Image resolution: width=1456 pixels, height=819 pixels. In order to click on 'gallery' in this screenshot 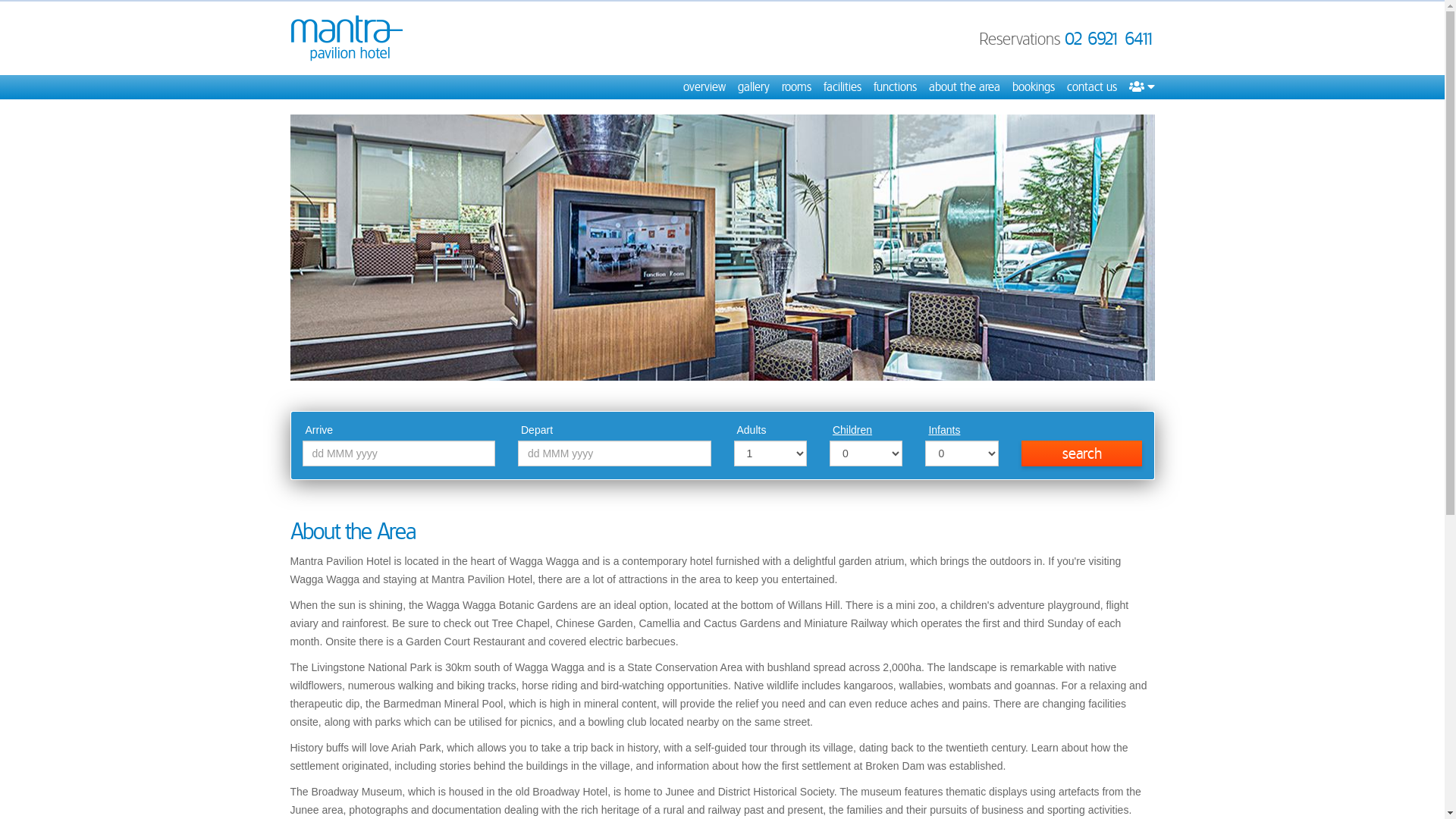, I will do `click(736, 87)`.